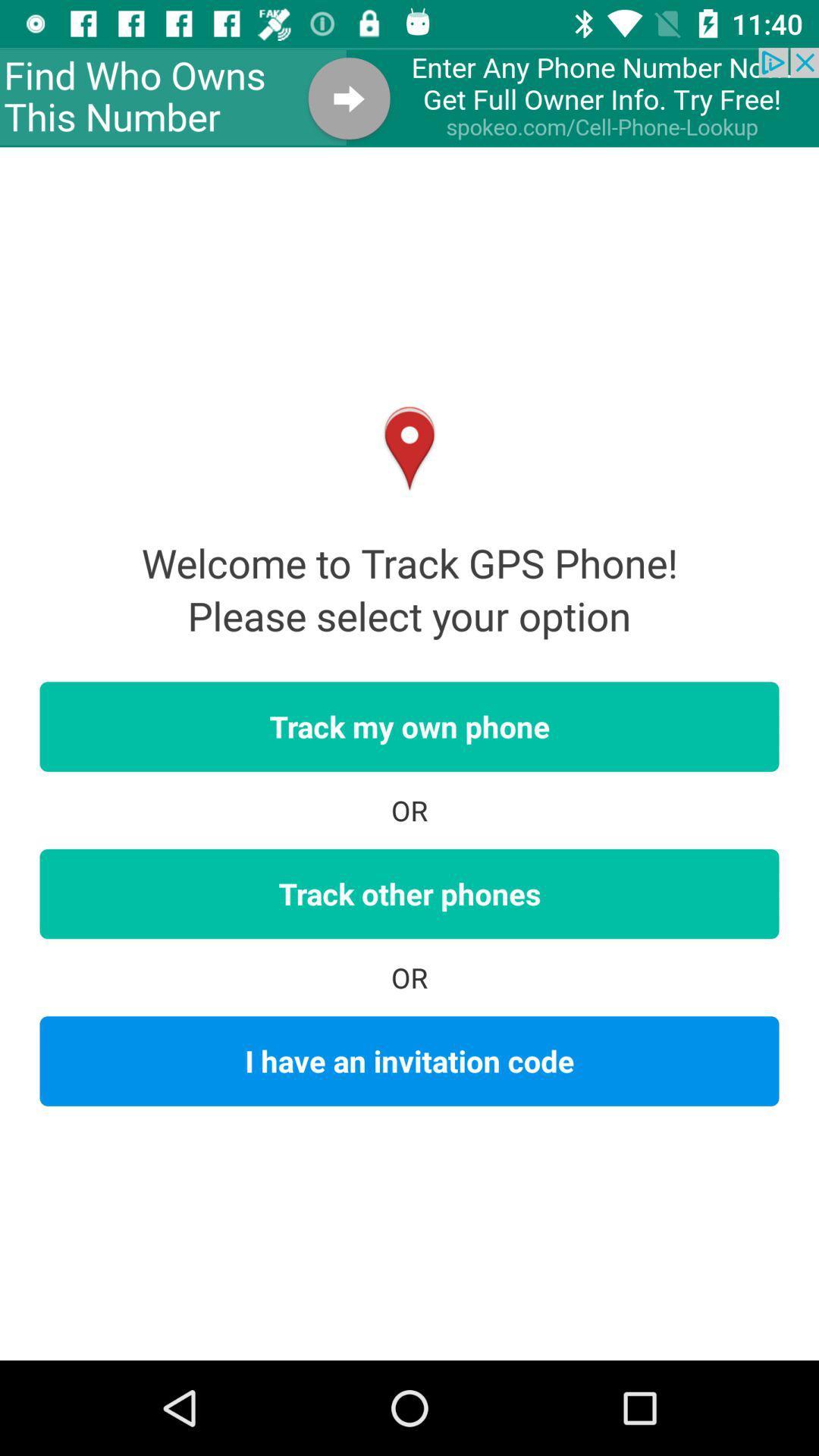 The image size is (819, 1456). I want to click on advertisement link, so click(409, 96).